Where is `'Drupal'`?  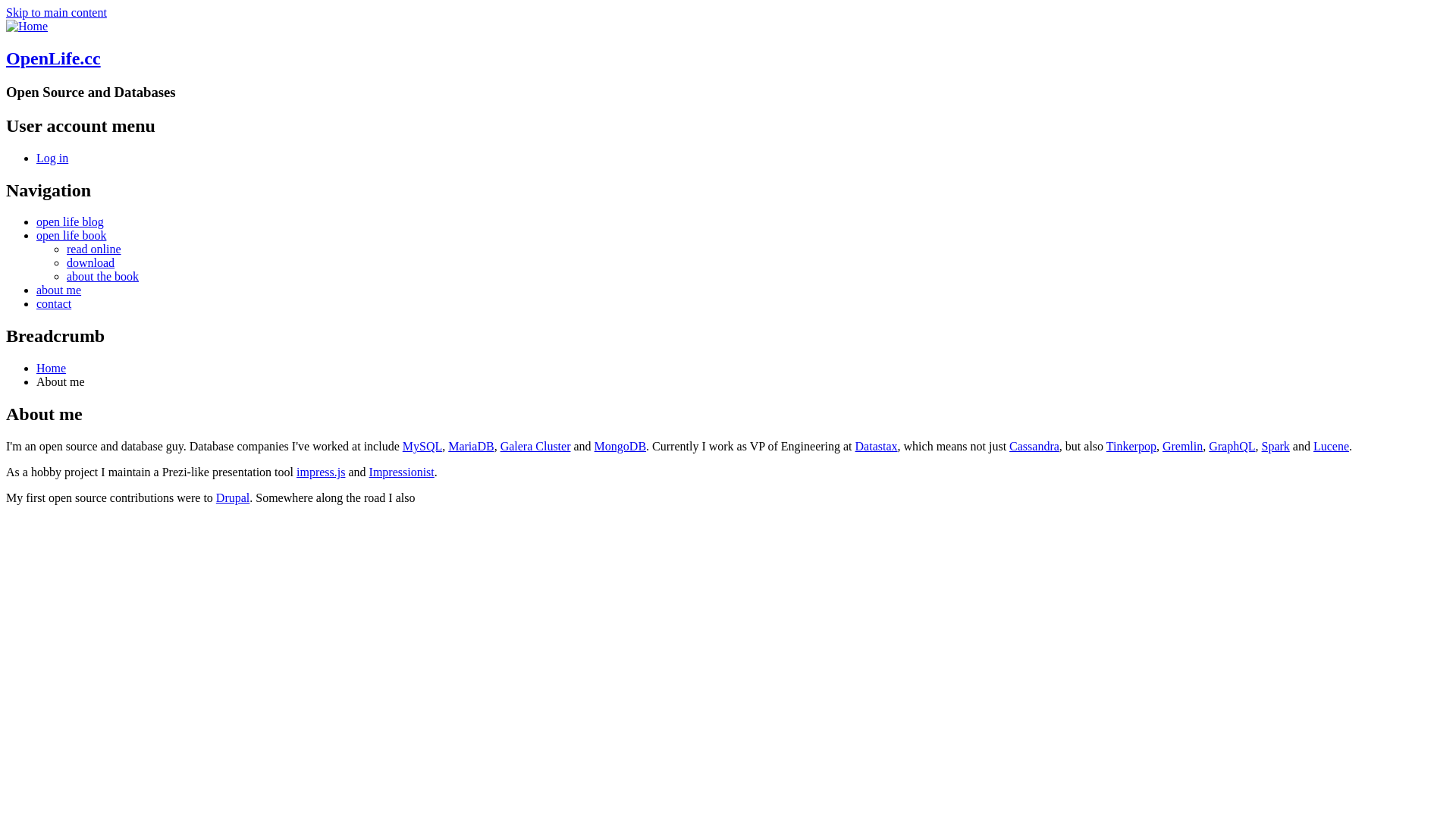 'Drupal' is located at coordinates (232, 497).